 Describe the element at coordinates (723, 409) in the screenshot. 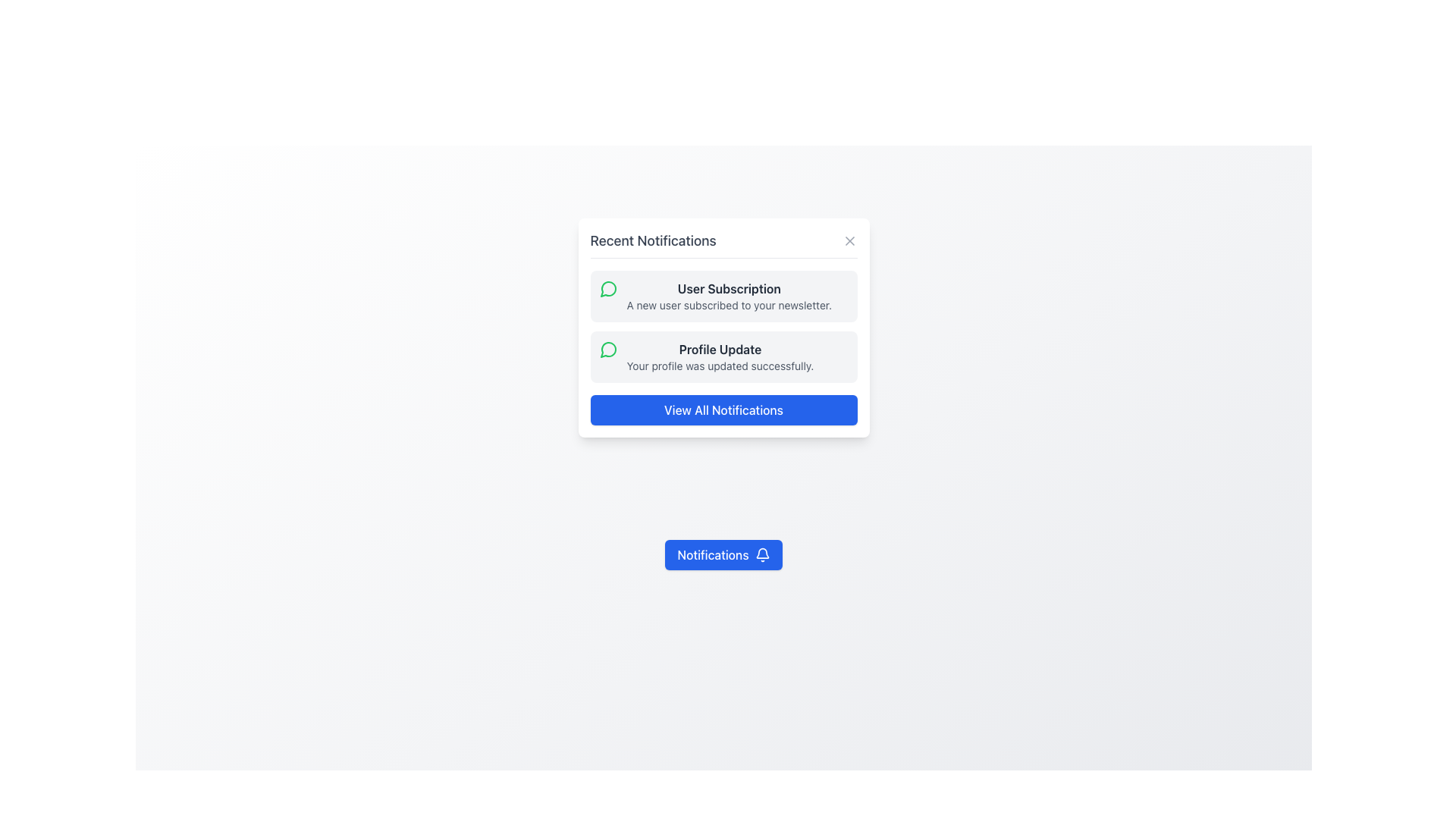

I see `the 'View All Notifications' button with a blue background and white text located at the bottom of the 'Recent Notifications' panel` at that location.